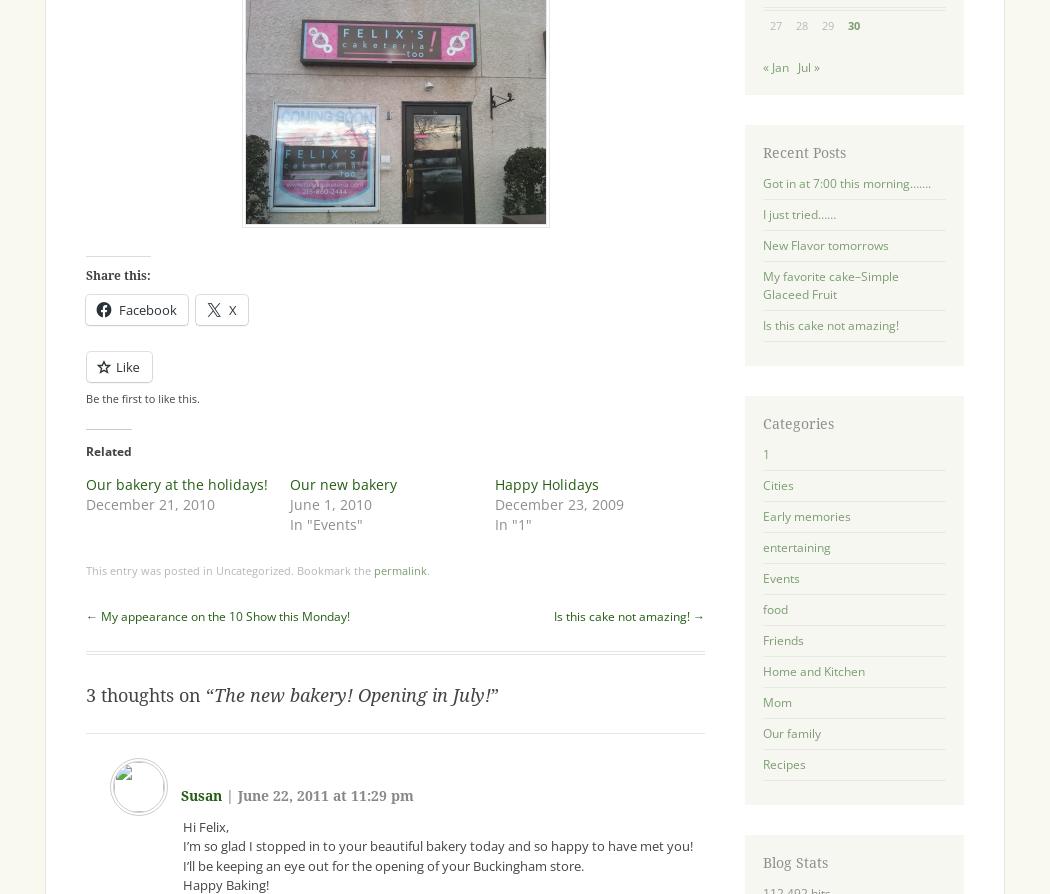  Describe the element at coordinates (776, 701) in the screenshot. I see `'Mom'` at that location.